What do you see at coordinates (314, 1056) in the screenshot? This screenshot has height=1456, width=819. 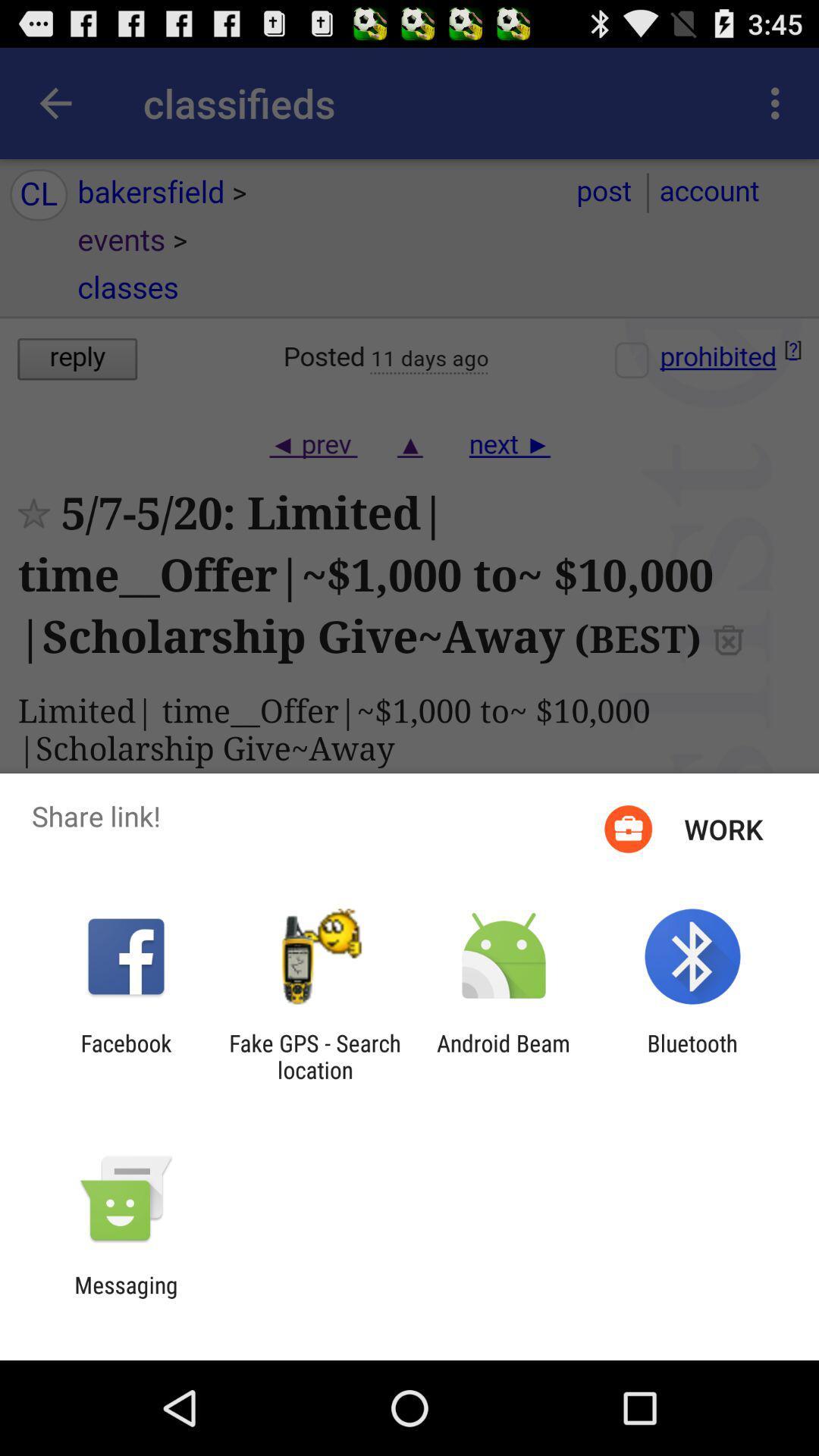 I see `the fake gps search icon` at bounding box center [314, 1056].